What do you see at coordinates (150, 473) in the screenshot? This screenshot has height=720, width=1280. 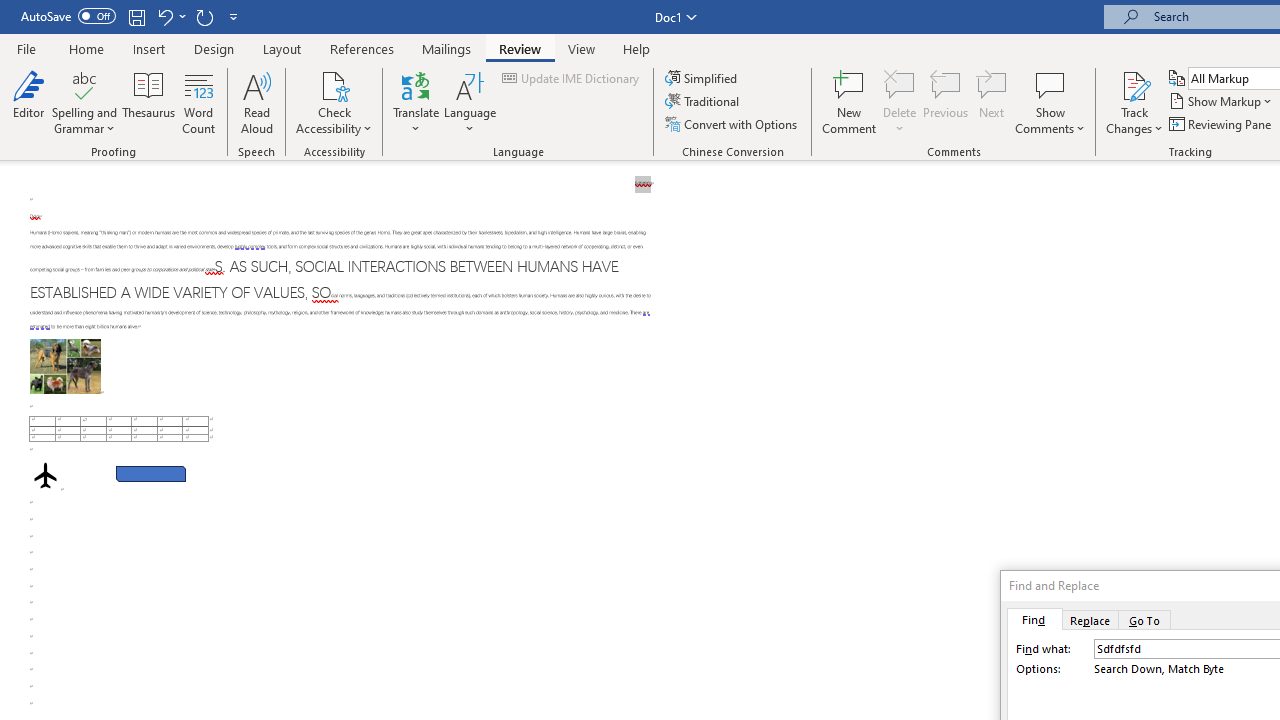 I see `'Rectangle: Diagonal Corners Snipped 2'` at bounding box center [150, 473].